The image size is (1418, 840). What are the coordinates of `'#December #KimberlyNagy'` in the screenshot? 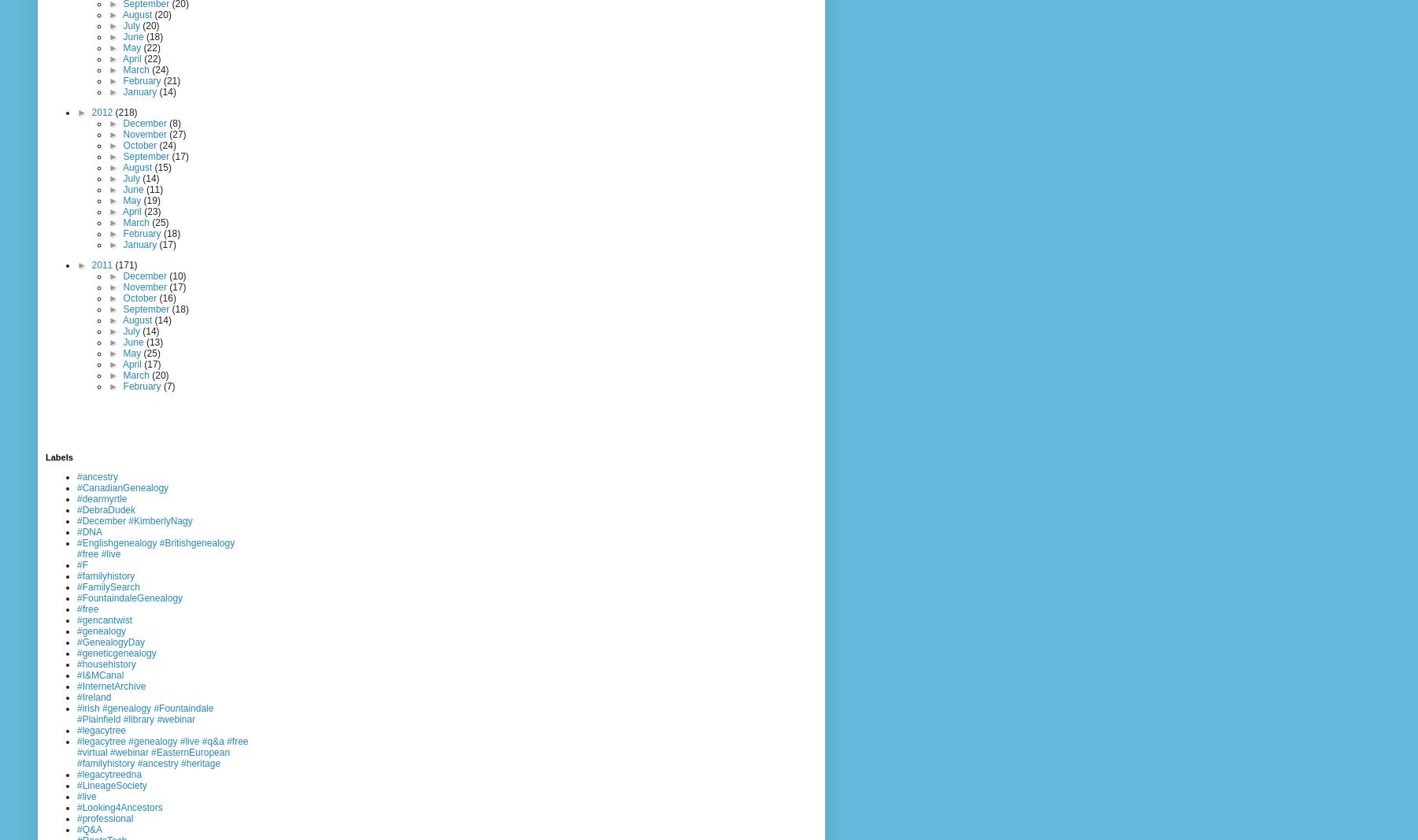 It's located at (134, 520).